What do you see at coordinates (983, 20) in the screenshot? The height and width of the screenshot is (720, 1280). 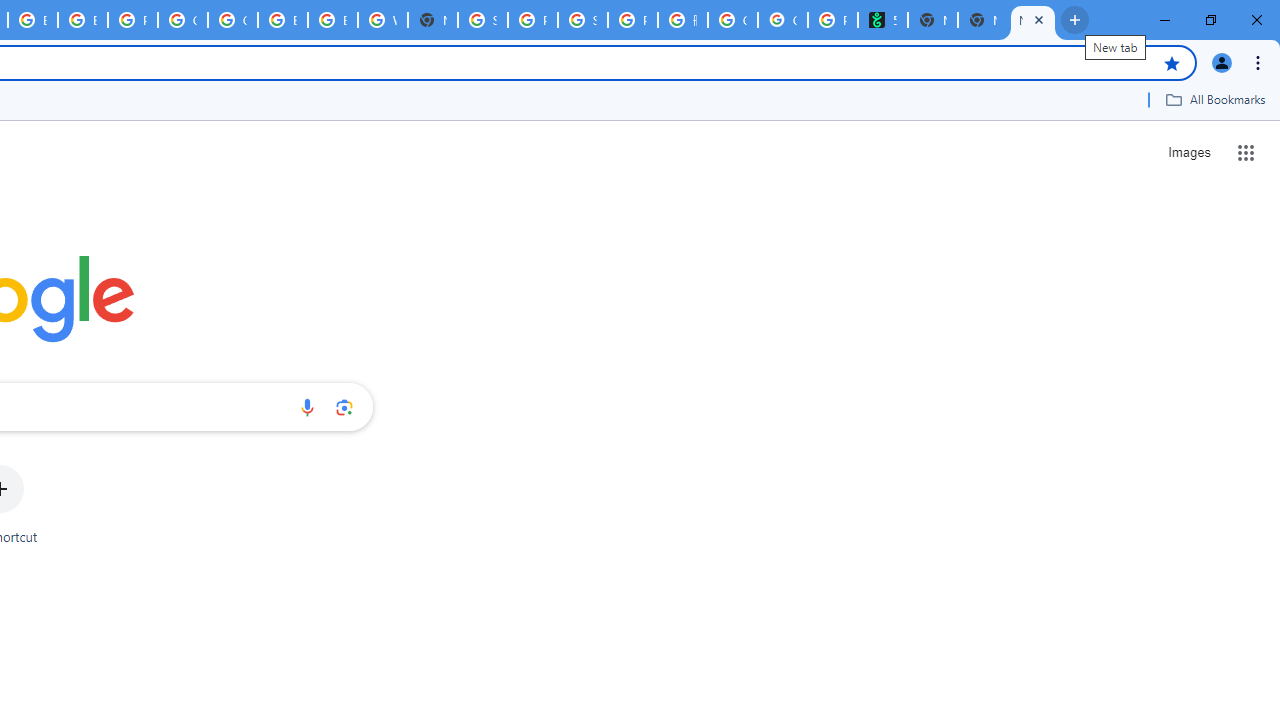 I see `'New Tab'` at bounding box center [983, 20].